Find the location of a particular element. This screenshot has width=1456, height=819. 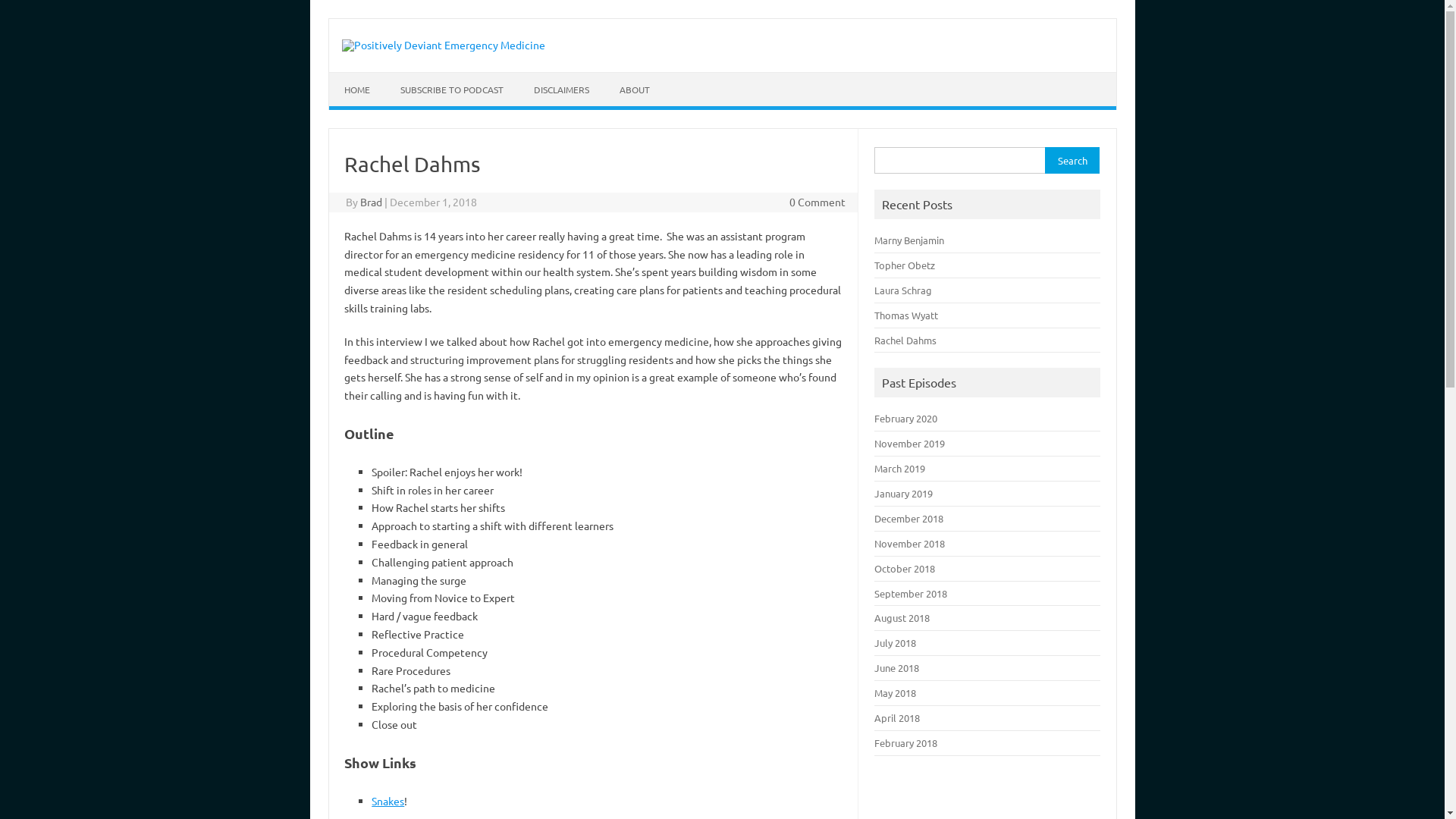

'August 2018' is located at coordinates (902, 617).